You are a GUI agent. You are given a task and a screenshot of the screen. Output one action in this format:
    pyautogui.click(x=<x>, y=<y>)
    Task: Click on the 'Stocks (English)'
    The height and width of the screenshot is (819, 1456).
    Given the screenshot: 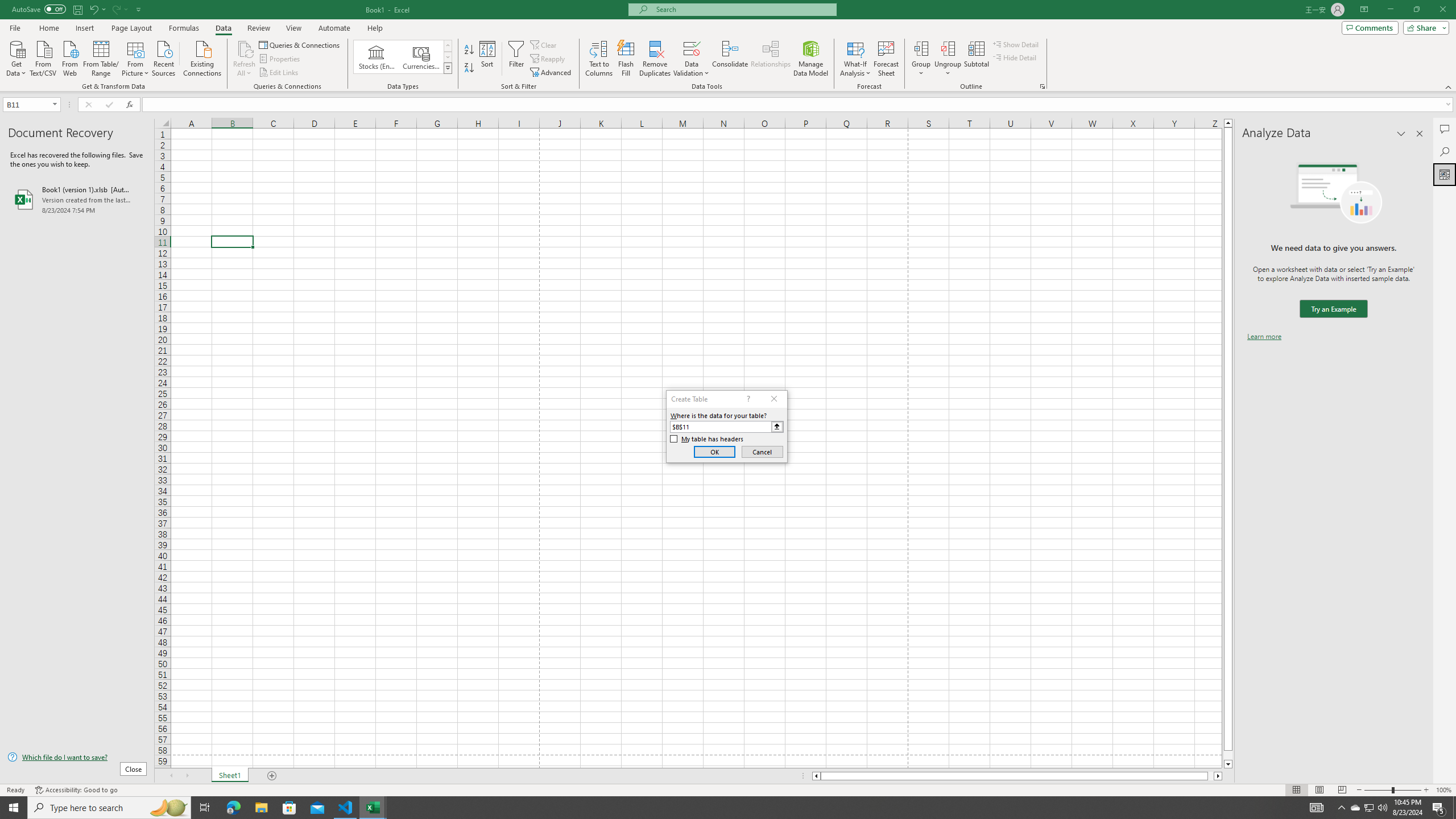 What is the action you would take?
    pyautogui.click(x=375, y=56)
    